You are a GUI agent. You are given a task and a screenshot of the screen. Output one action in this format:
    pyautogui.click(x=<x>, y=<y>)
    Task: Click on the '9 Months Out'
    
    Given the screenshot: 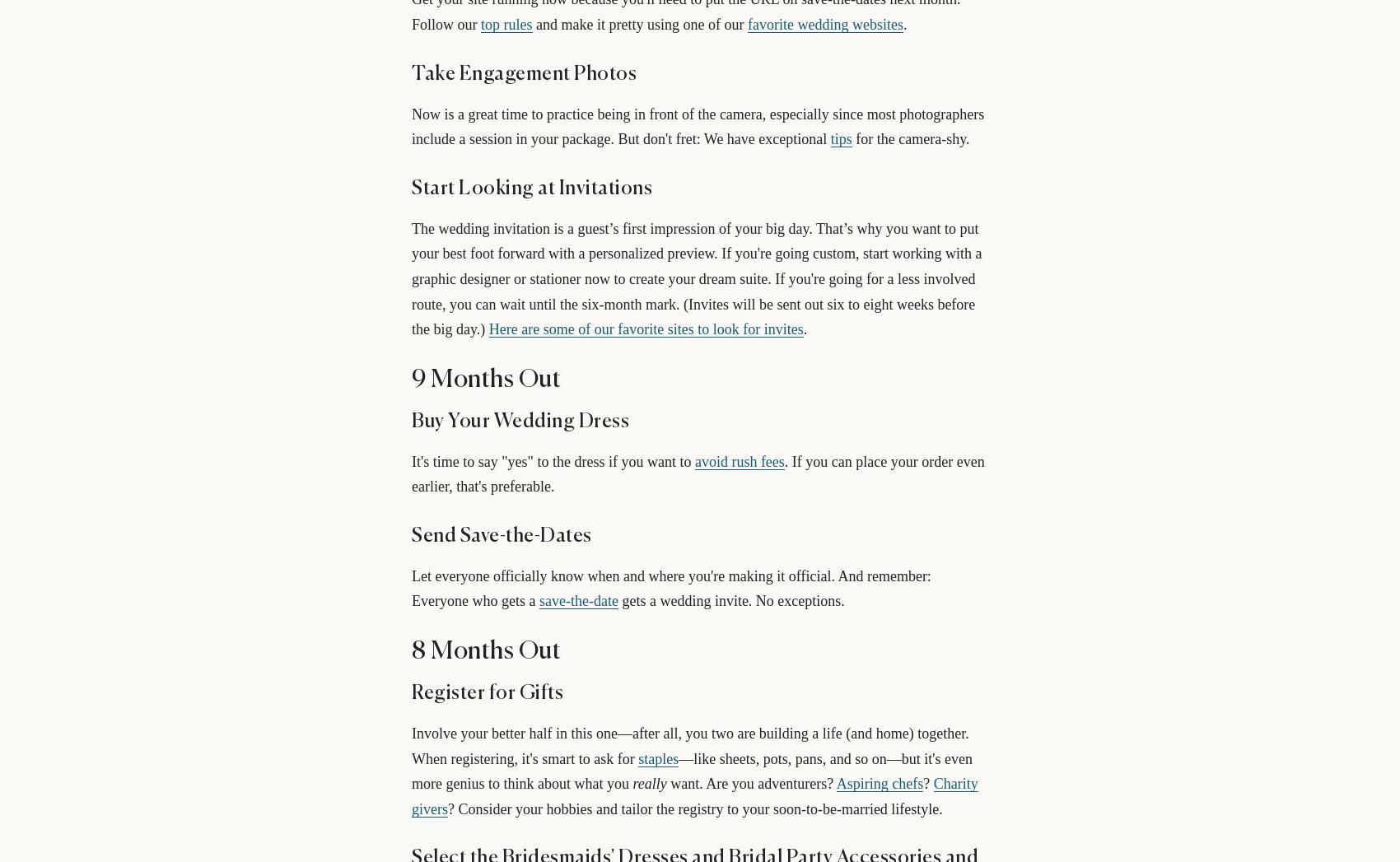 What is the action you would take?
    pyautogui.click(x=485, y=379)
    